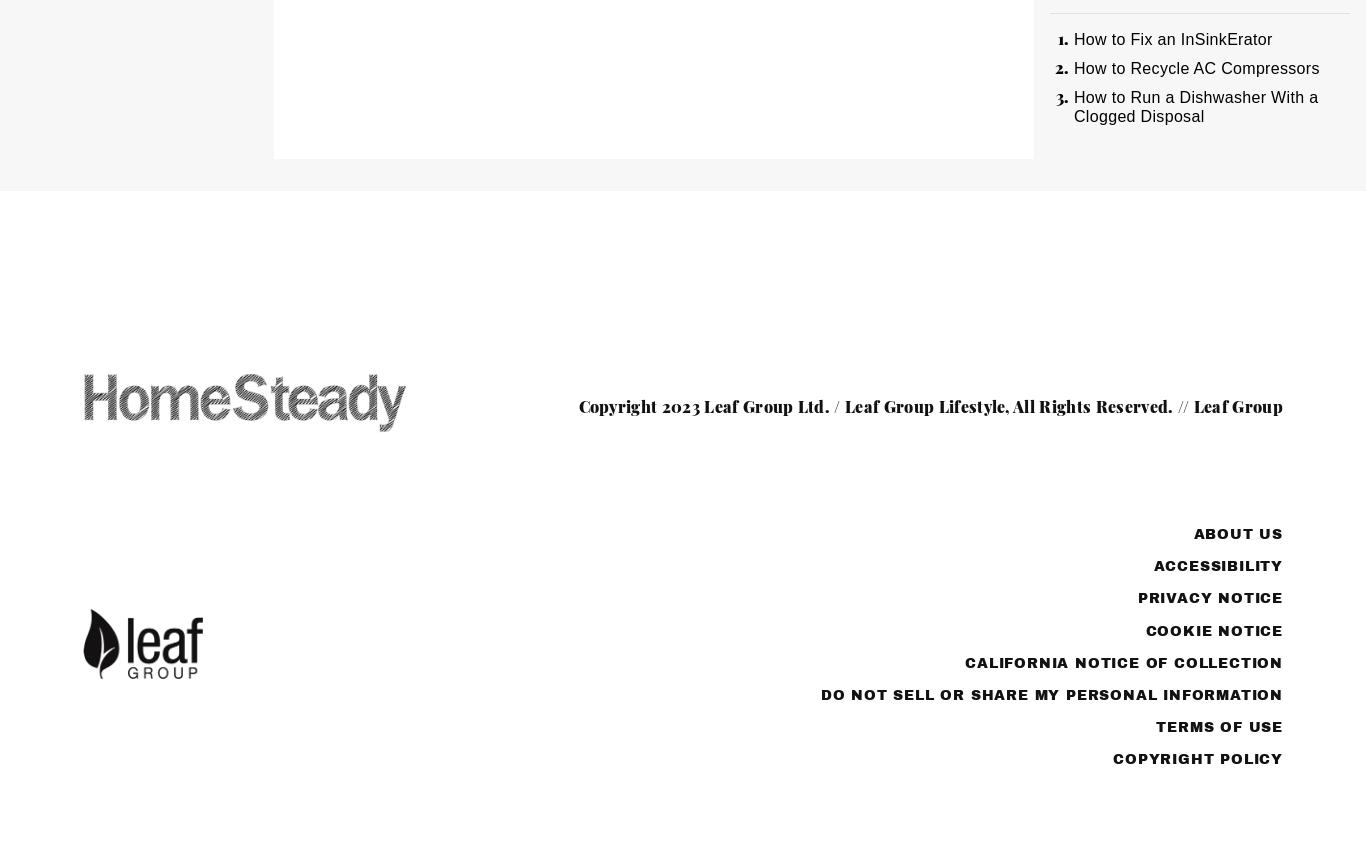 This screenshot has height=861, width=1366. Describe the element at coordinates (1072, 66) in the screenshot. I see `'How to Recycle AC Compressors'` at that location.